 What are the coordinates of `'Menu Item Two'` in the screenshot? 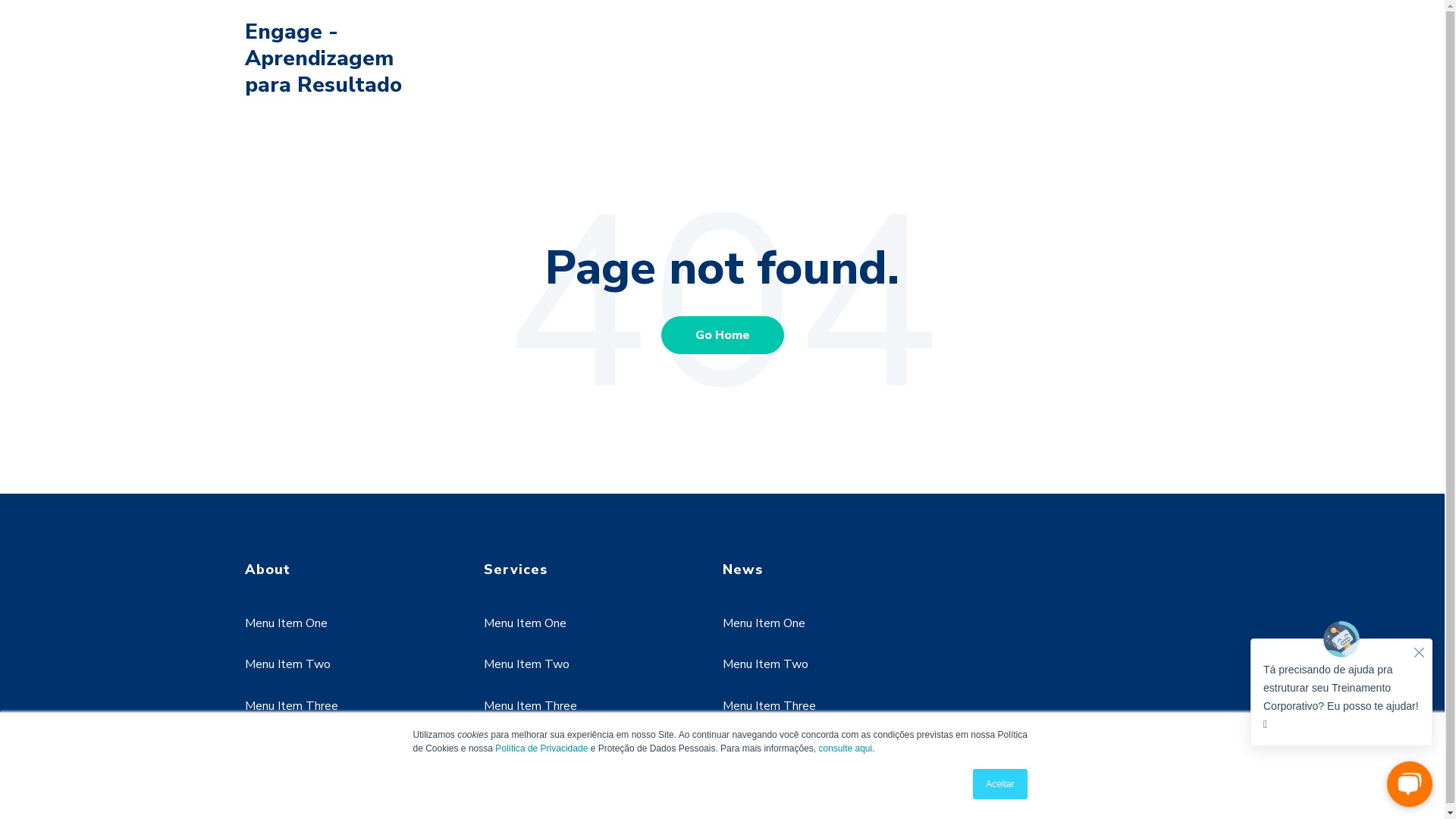 It's located at (483, 663).